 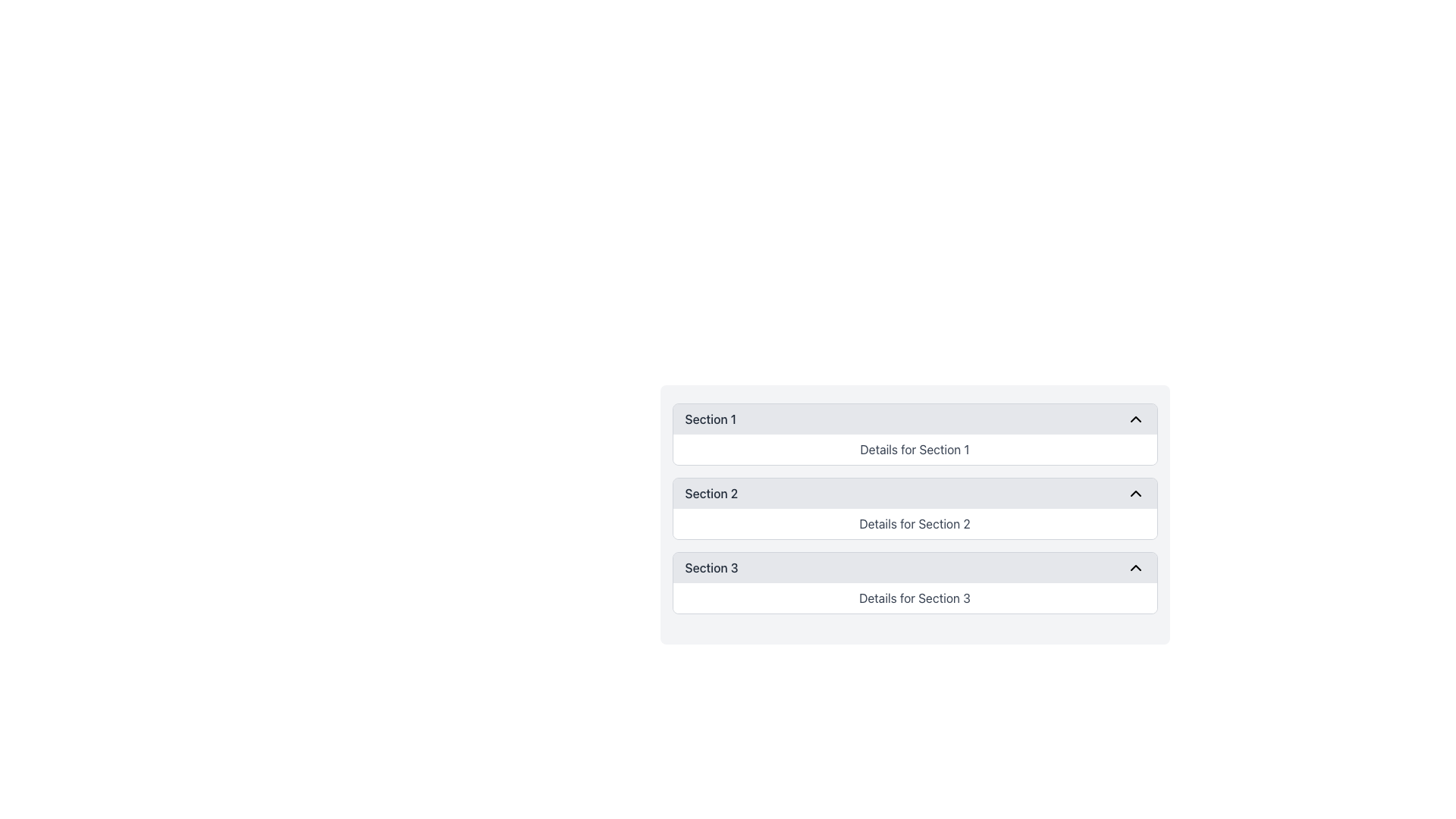 I want to click on the static text element displaying 'Details for Section 3', which is located below the 'Section 3' header in an expandable content panel, so click(x=914, y=598).